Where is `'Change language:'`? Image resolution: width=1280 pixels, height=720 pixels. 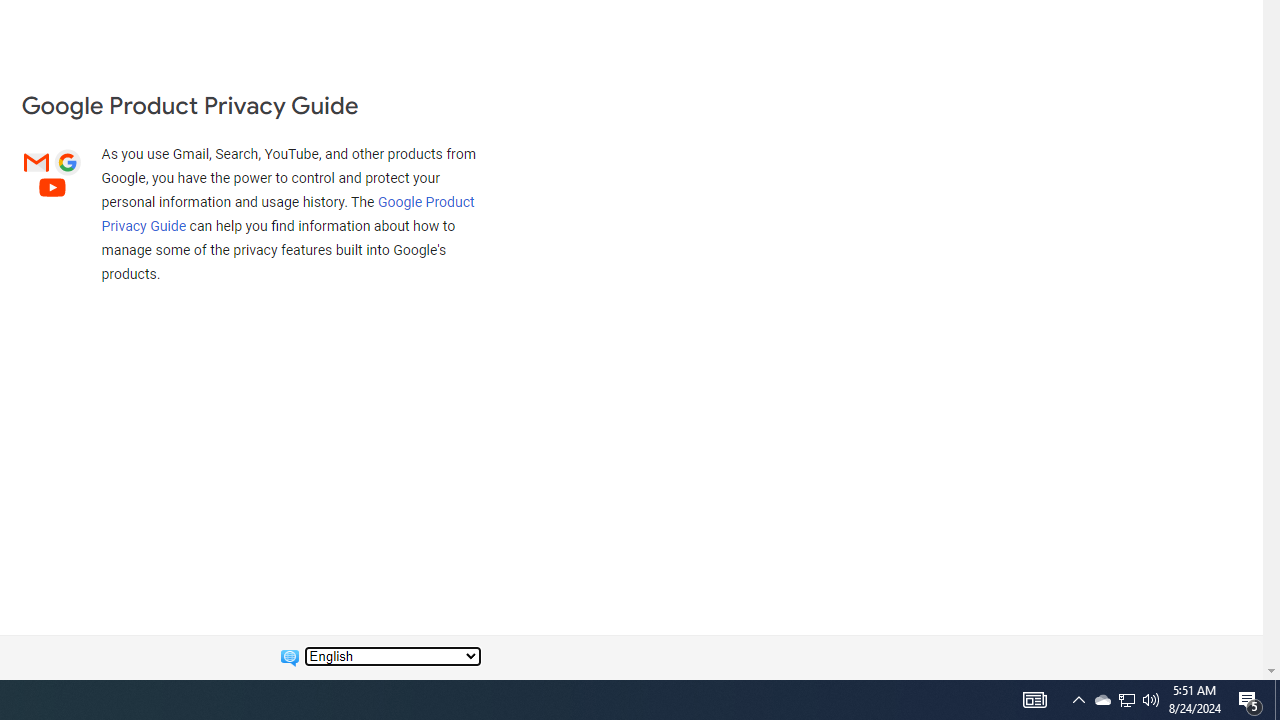 'Change language:' is located at coordinates (392, 656).